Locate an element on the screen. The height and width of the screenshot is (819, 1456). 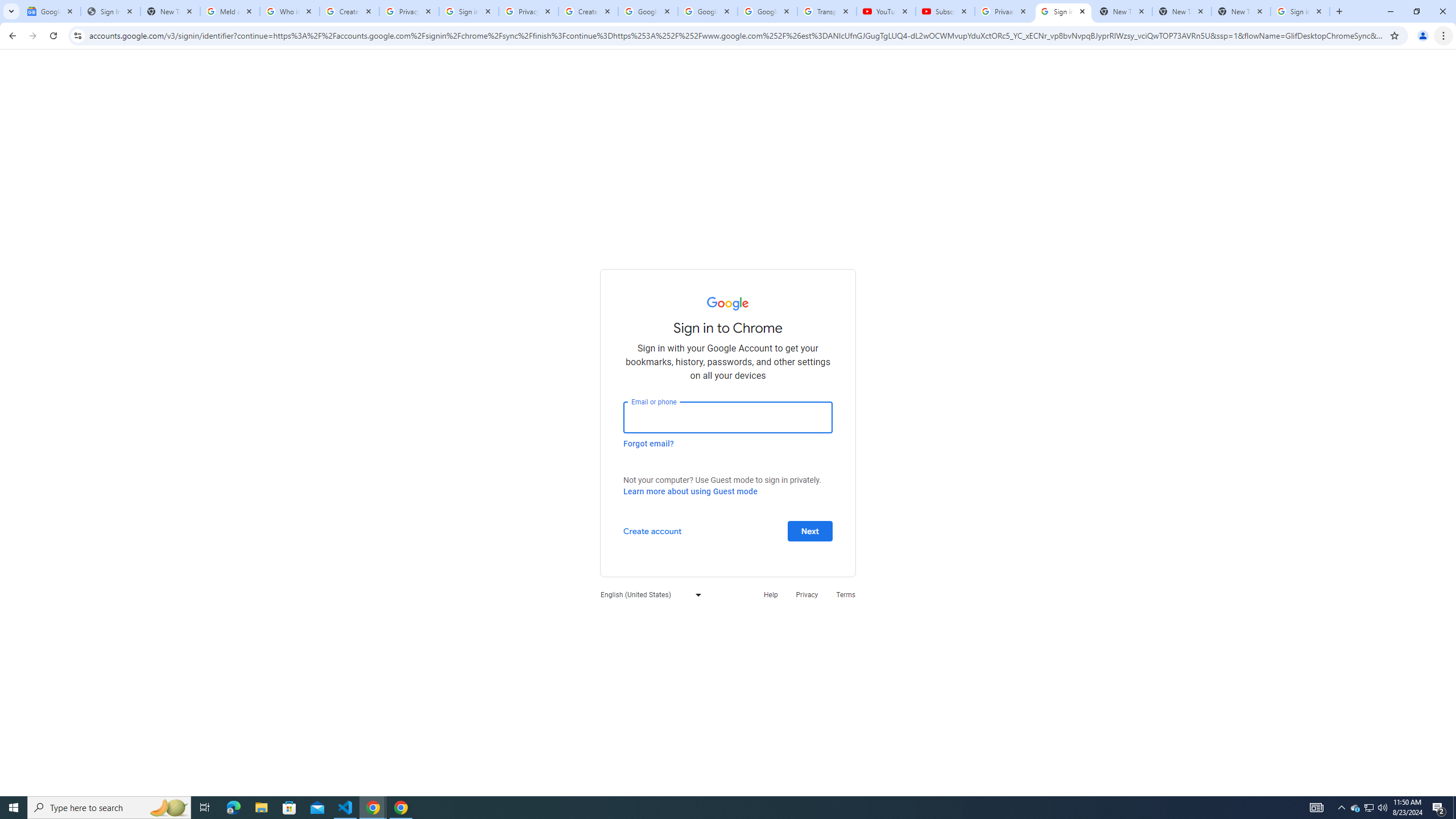
'Email or phone' is located at coordinates (728, 416).